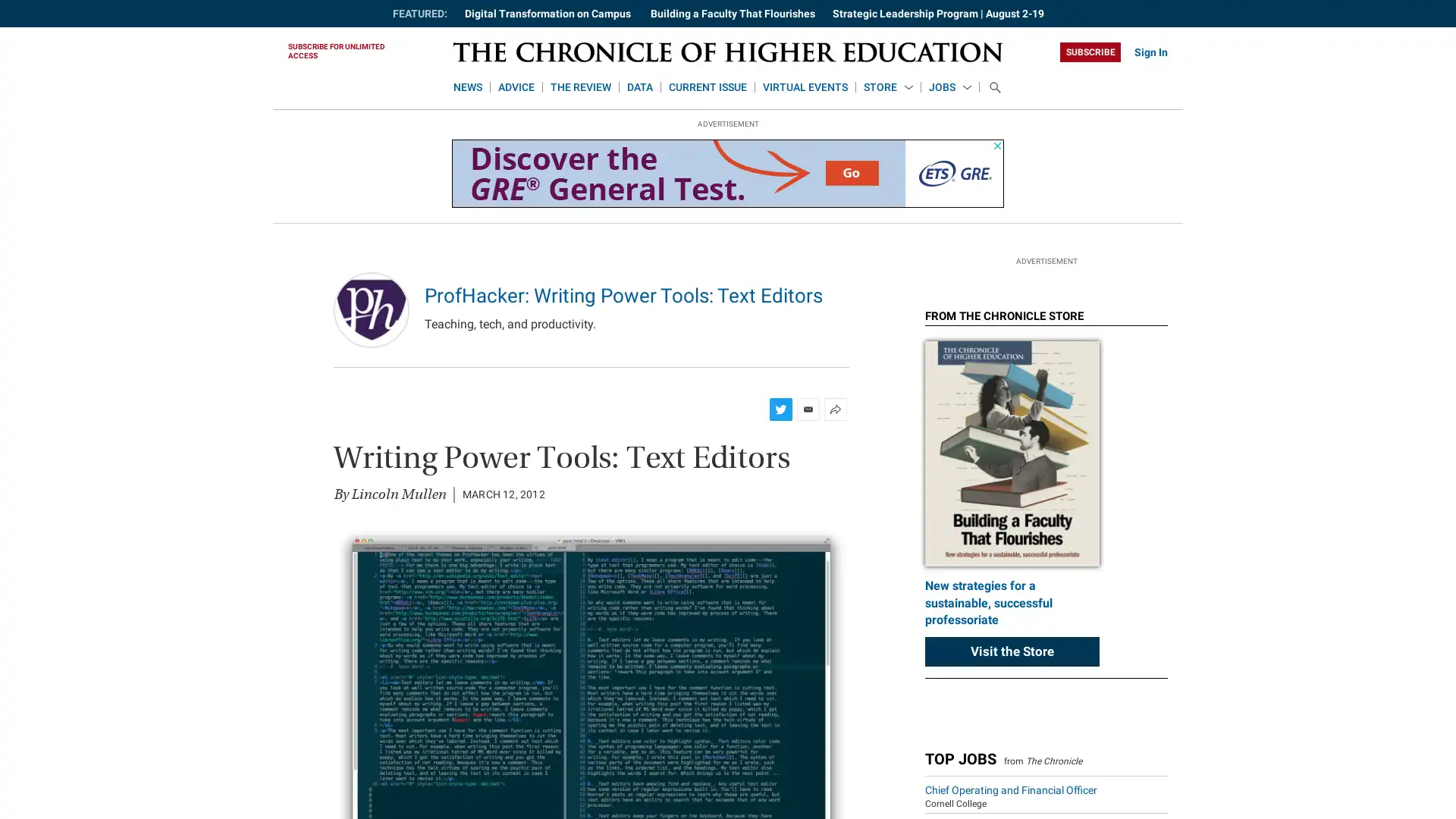  Describe the element at coordinates (966, 88) in the screenshot. I see `Open Sub Navigation` at that location.